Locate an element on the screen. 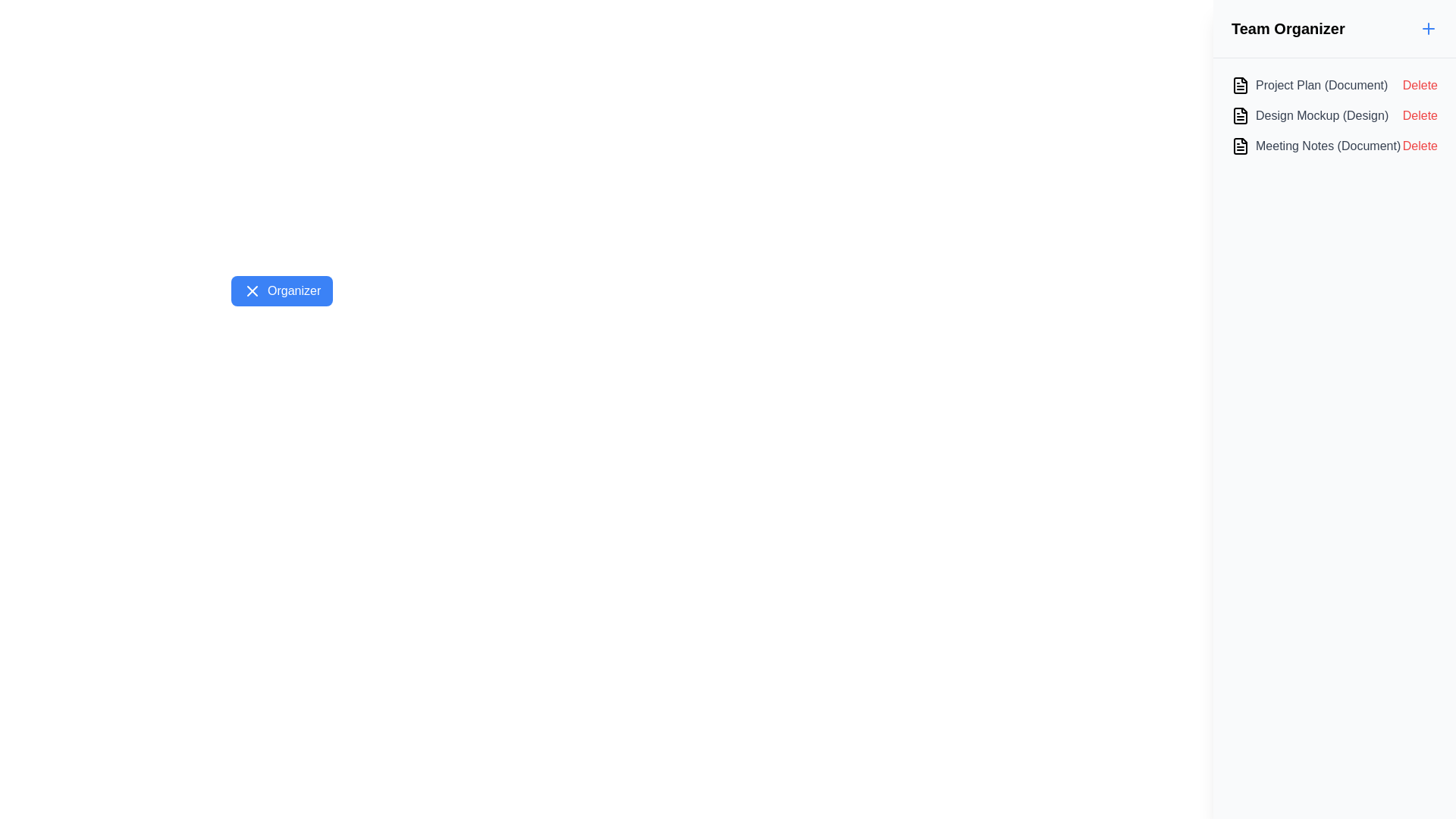 Image resolution: width=1456 pixels, height=819 pixels. text 'Meeting Notes (Document)' from the label located in the list of items on the right side of the interface, positioned below 'Design Mockup (Design)' and above the 'Delete' button is located at coordinates (1315, 146).